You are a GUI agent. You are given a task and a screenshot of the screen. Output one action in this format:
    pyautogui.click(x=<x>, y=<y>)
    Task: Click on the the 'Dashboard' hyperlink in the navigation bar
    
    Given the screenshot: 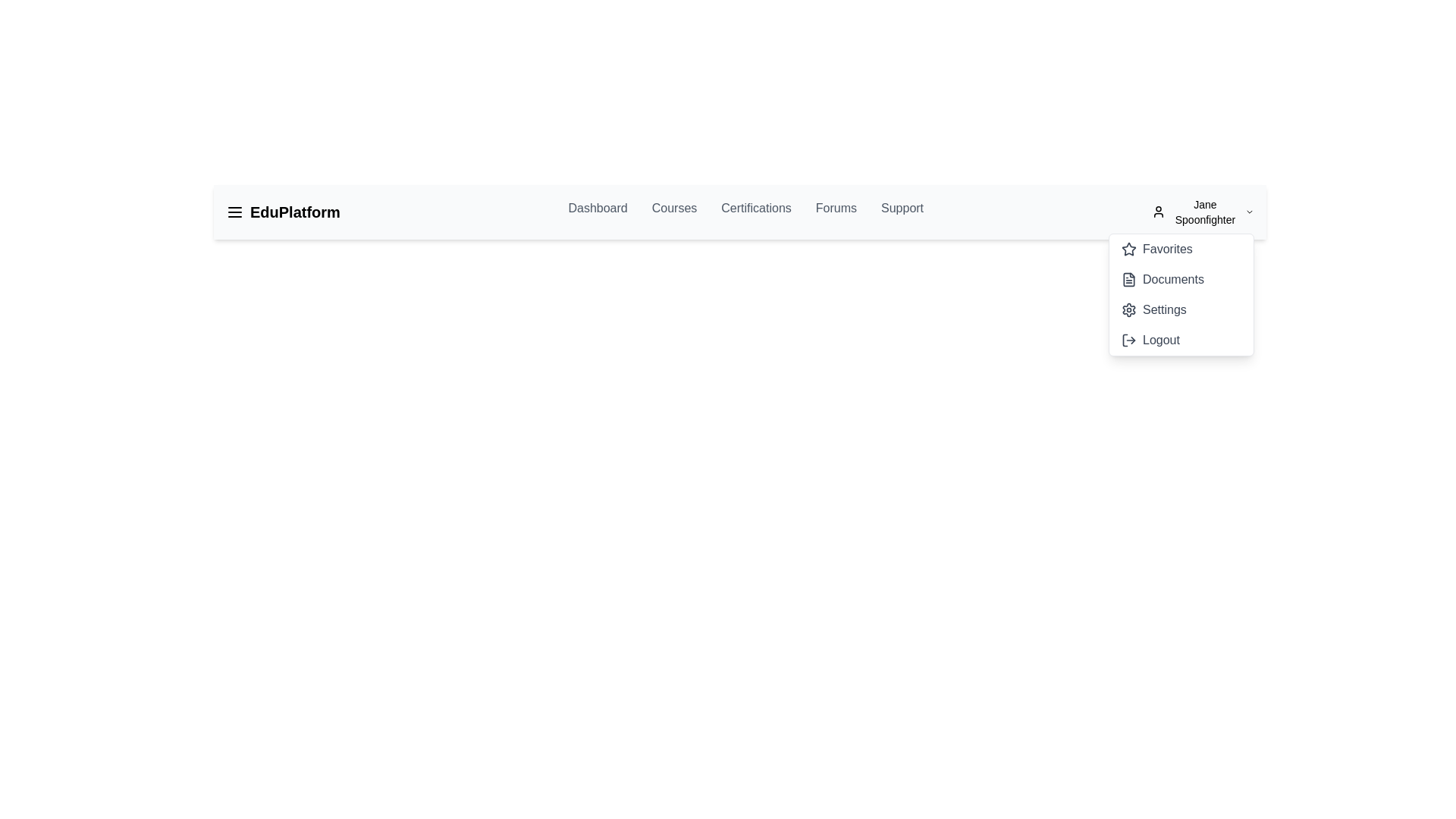 What is the action you would take?
    pyautogui.click(x=597, y=212)
    